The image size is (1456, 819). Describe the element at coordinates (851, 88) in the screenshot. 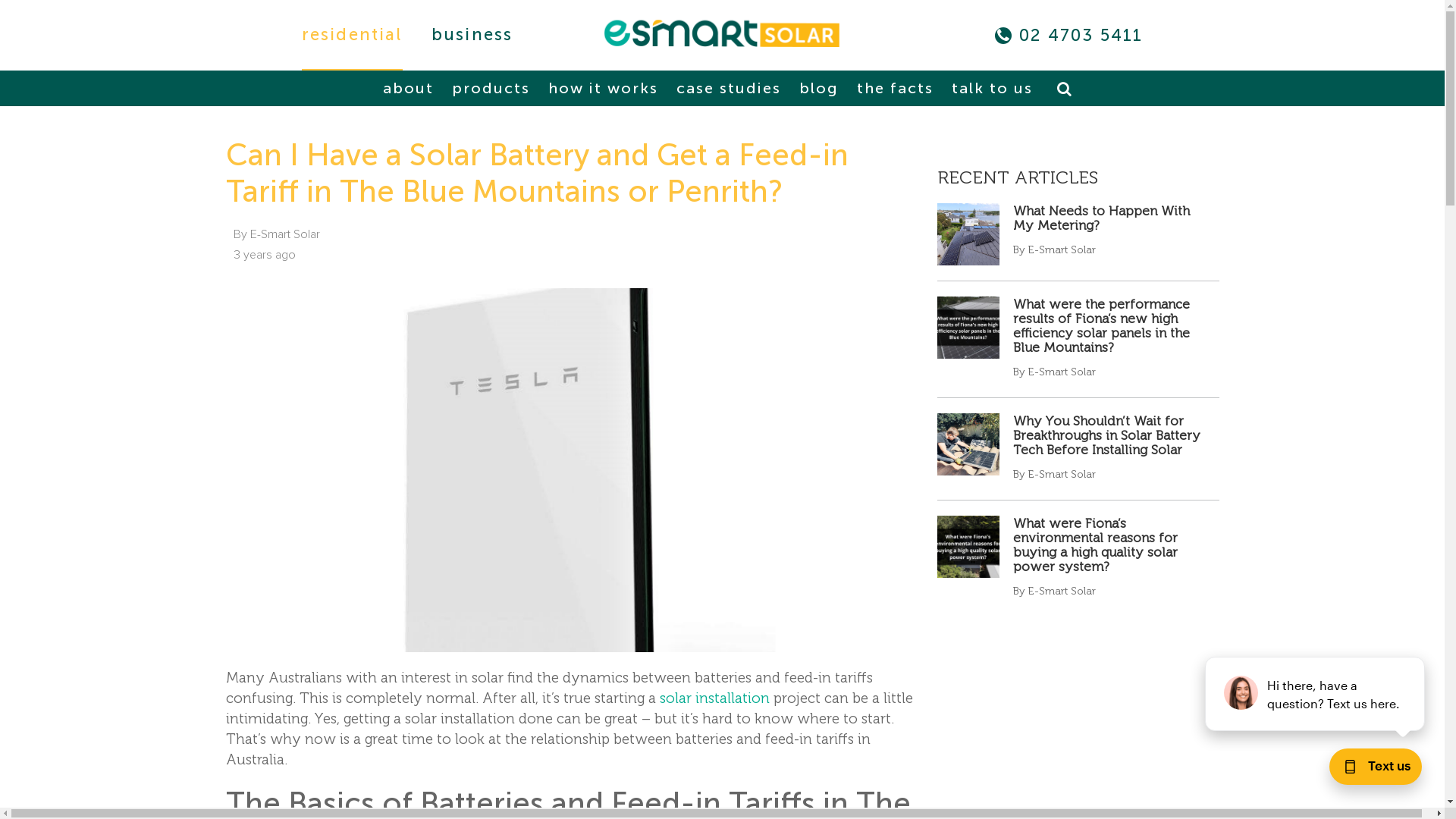

I see `'the facts'` at that location.